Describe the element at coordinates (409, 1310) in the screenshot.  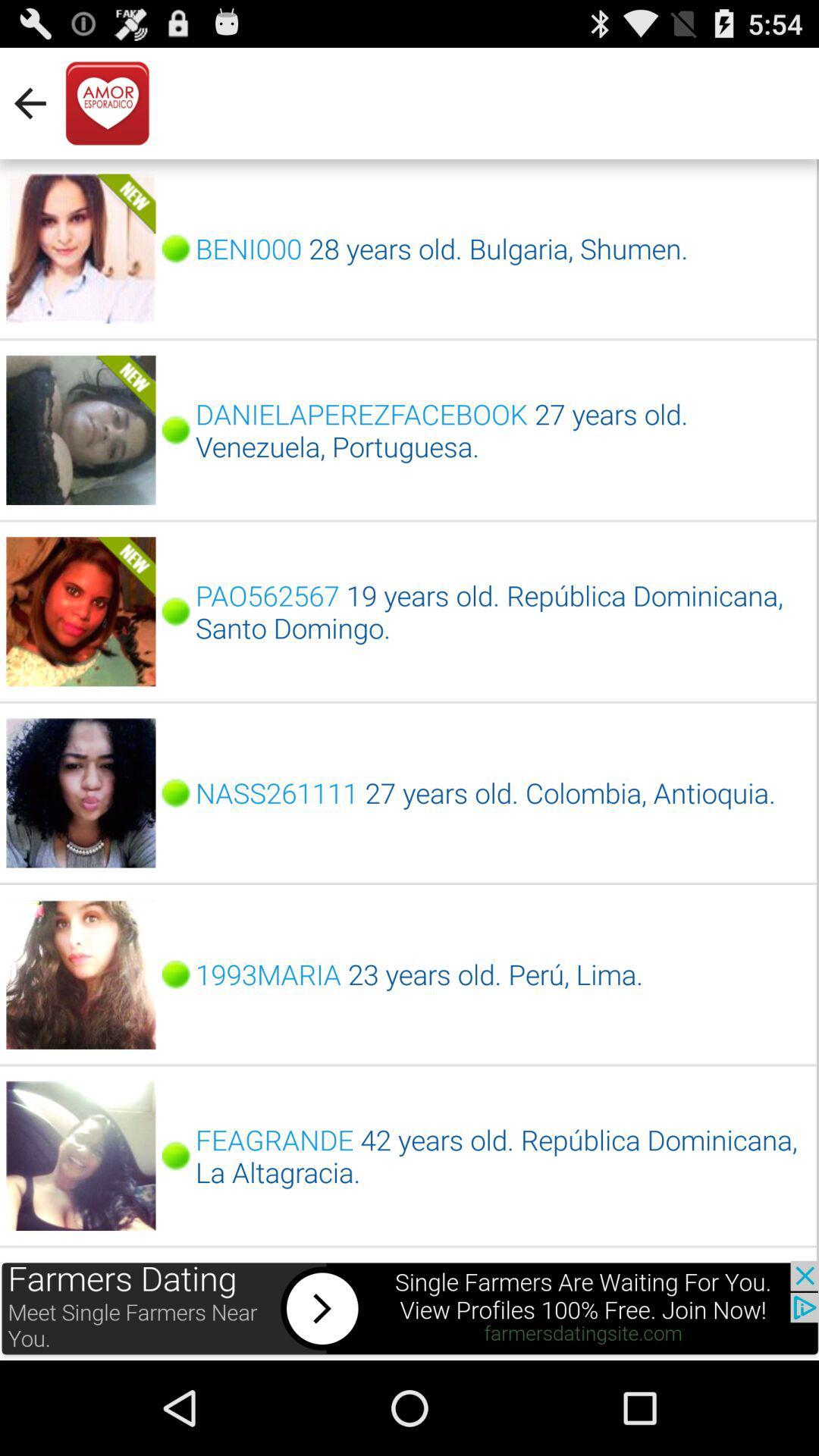
I see `farmers dating advertisement` at that location.